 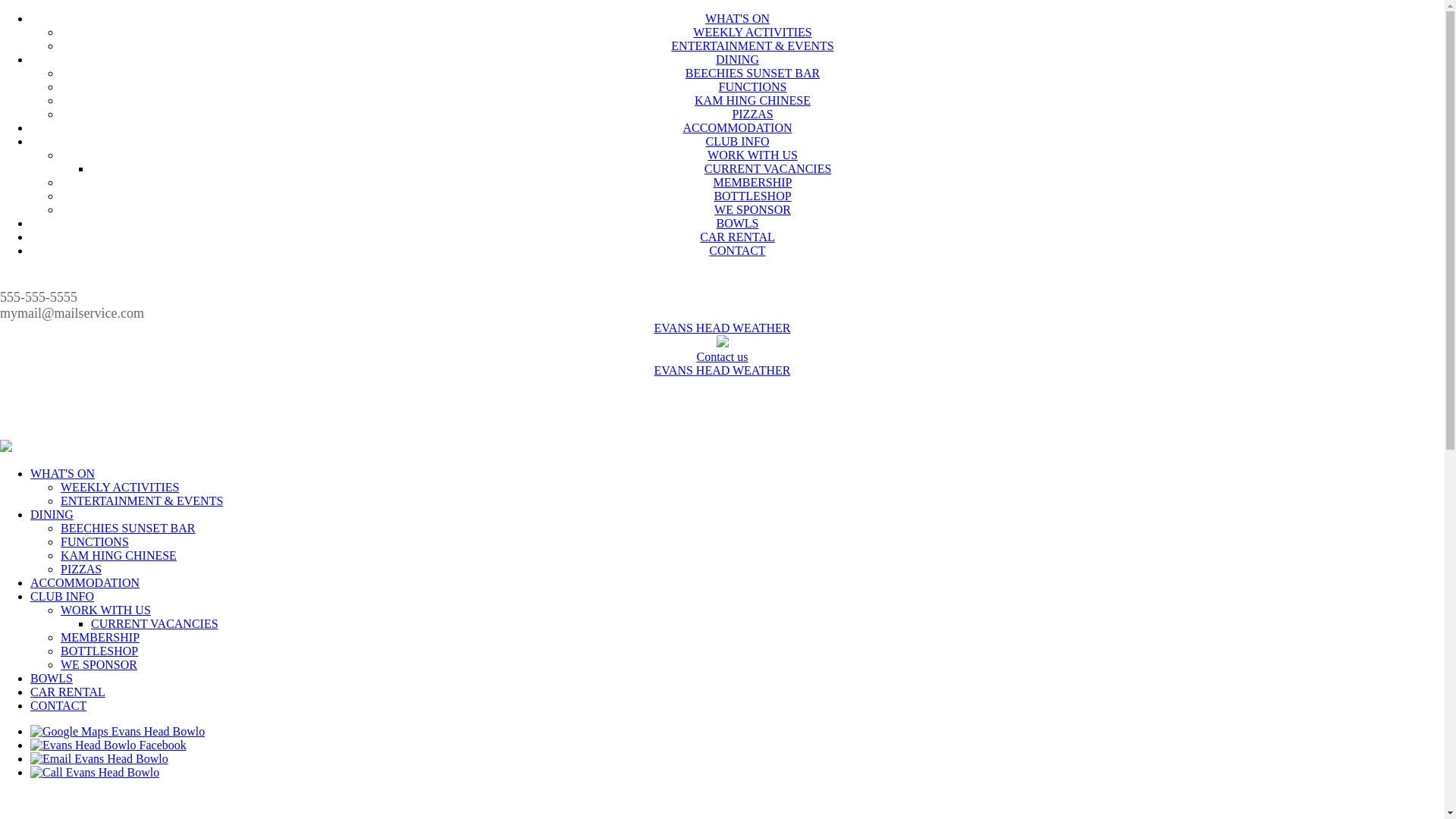 I want to click on 'Contact us', so click(x=720, y=356).